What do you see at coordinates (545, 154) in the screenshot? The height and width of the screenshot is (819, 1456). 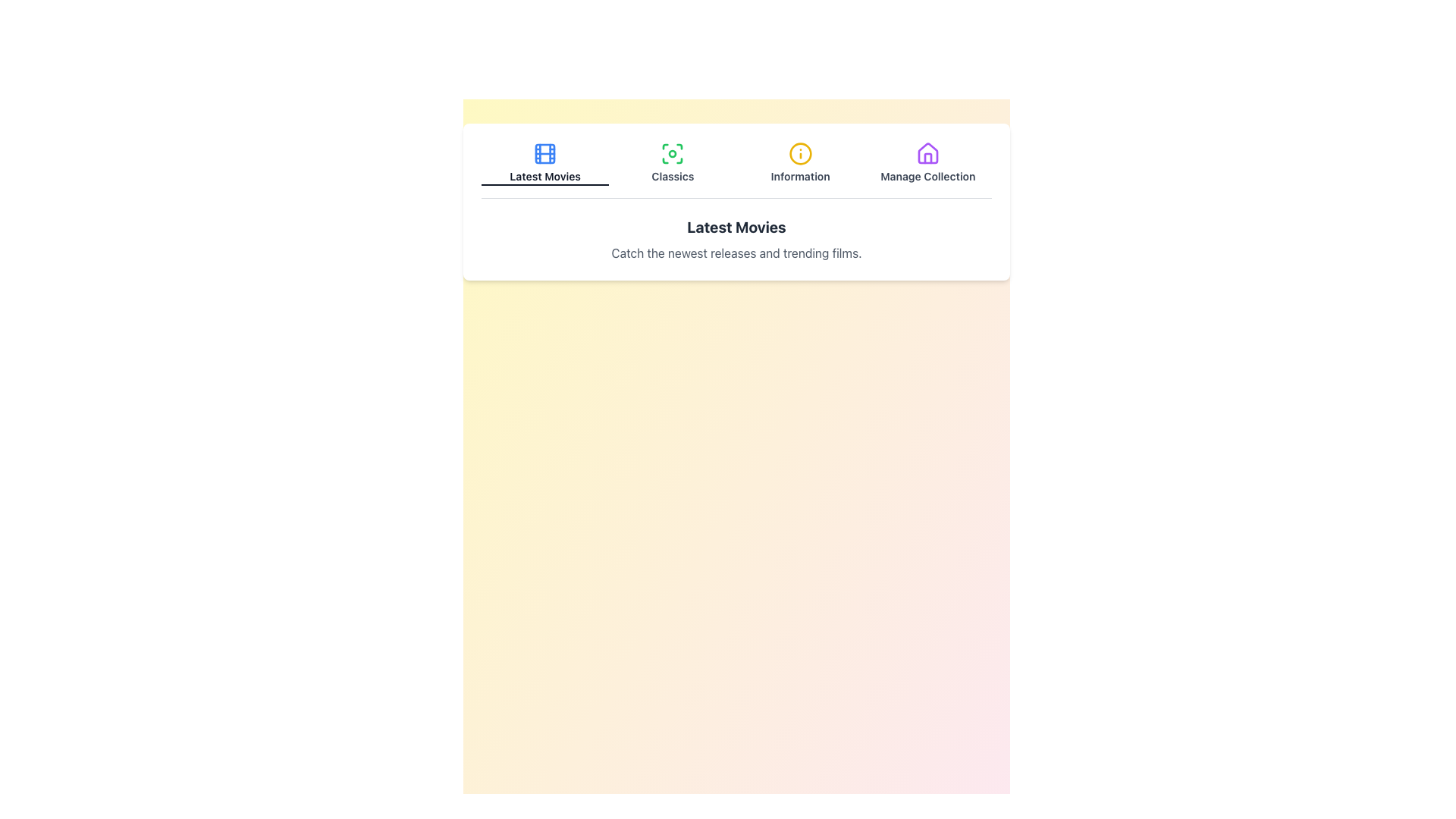 I see `the 'Latest Movies' icon` at bounding box center [545, 154].